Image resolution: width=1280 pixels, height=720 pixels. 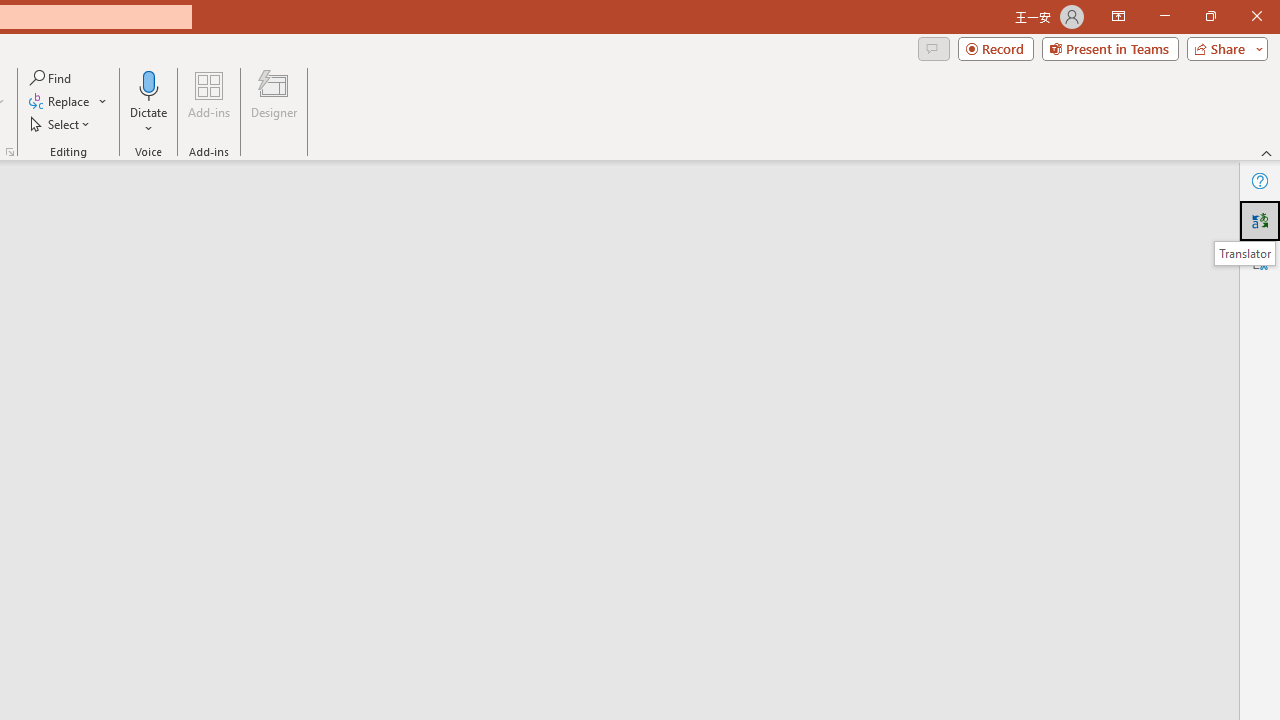 I want to click on 'Ribbon Display Options', so click(x=1117, y=16).